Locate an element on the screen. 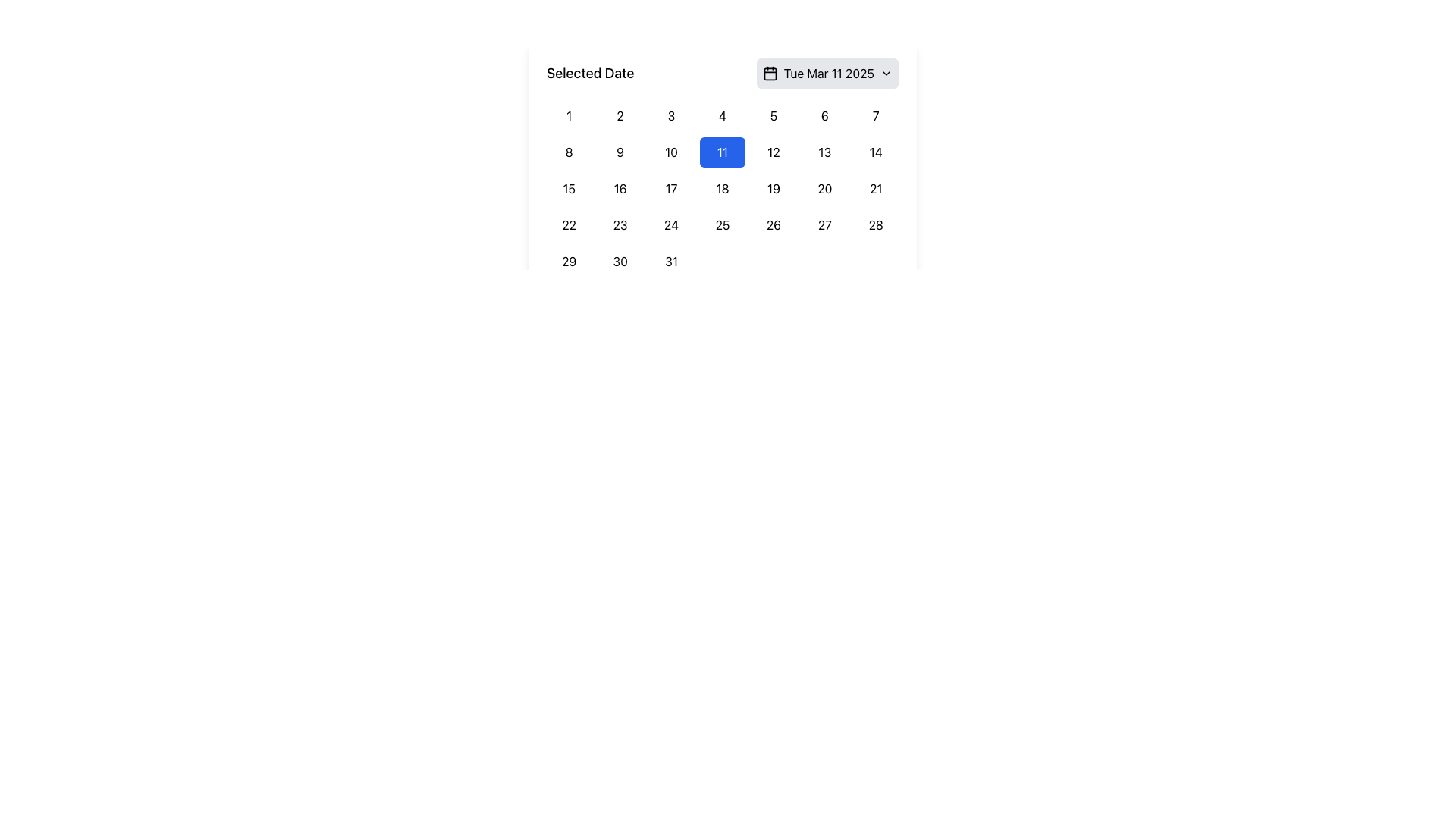 This screenshot has height=819, width=1456. the static text element displaying the date '12' in the calendar interface, located in the second row and sixth column of the calendar grid is located at coordinates (773, 152).